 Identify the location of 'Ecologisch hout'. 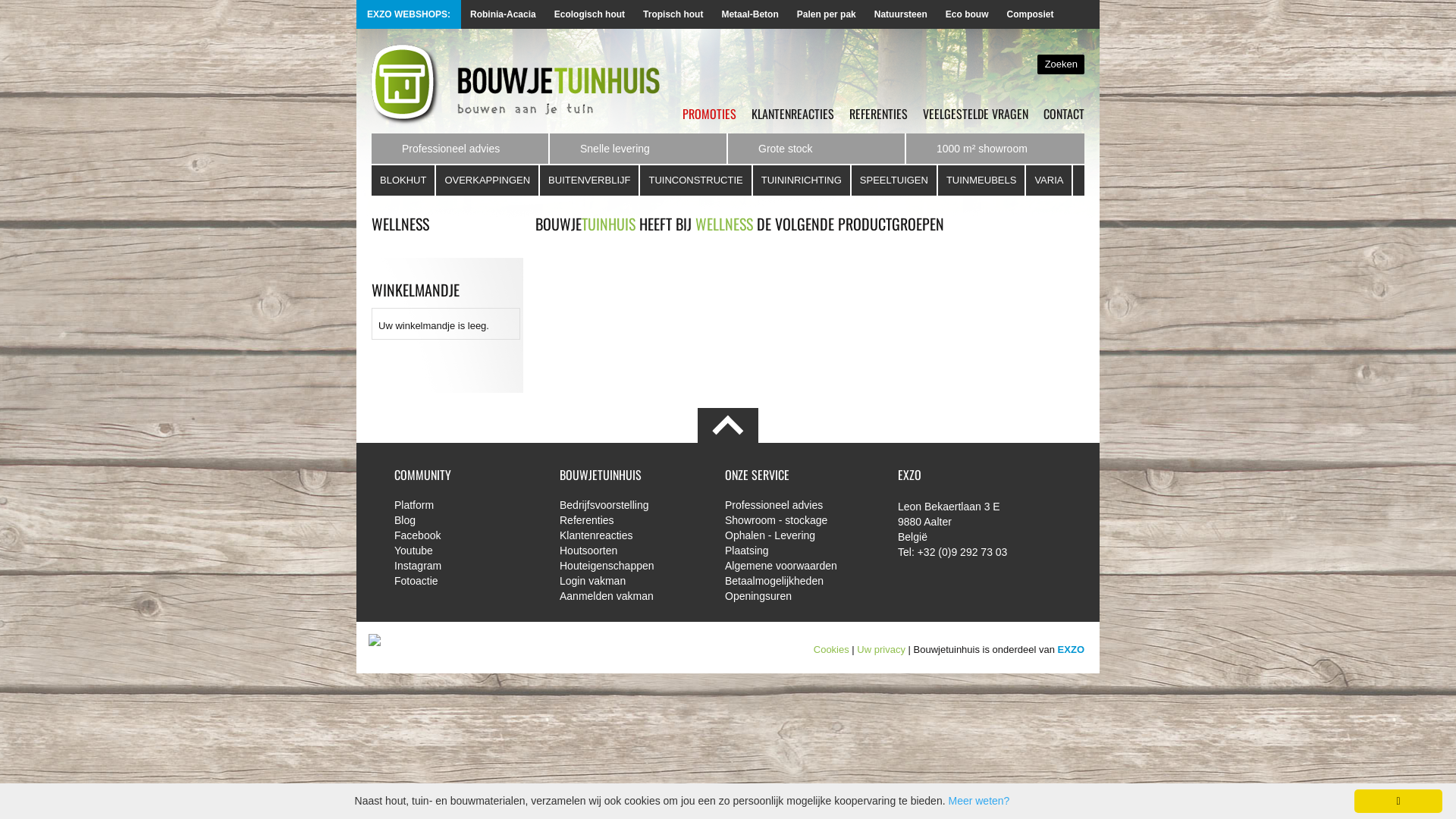
(588, 14).